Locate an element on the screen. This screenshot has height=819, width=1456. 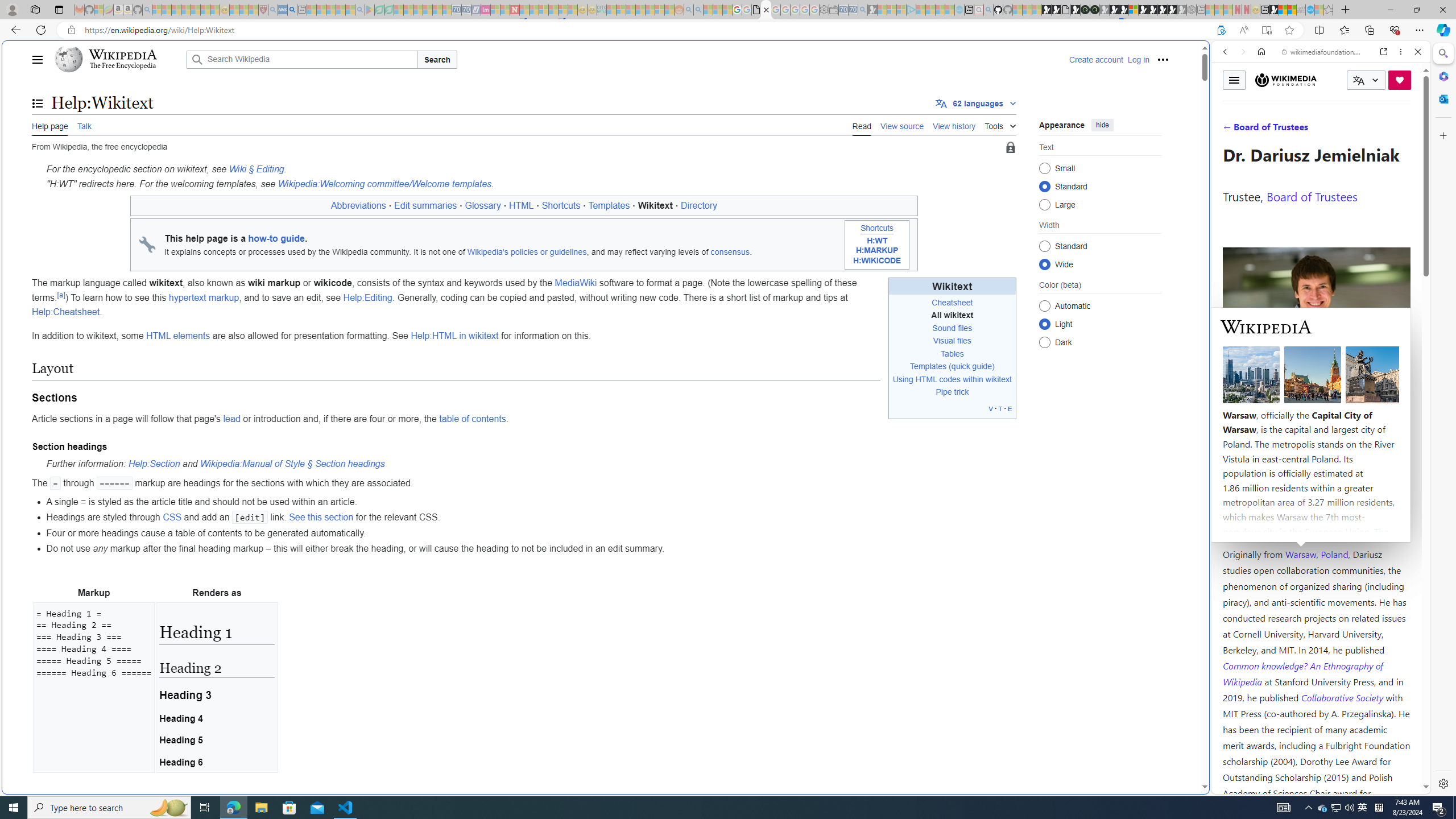
'Log in' is located at coordinates (1137, 59).